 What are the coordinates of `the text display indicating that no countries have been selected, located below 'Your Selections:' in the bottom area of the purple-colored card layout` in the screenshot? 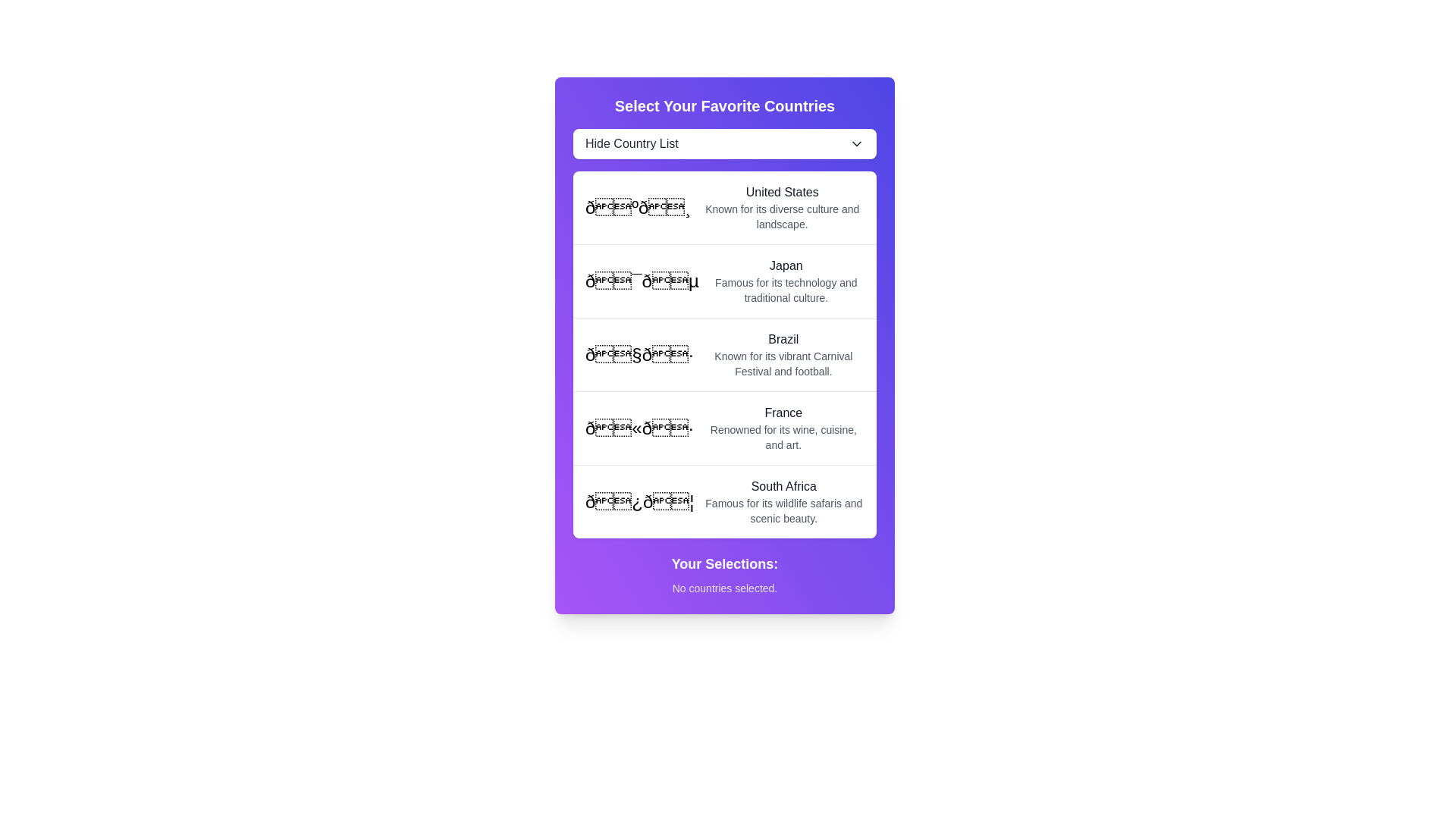 It's located at (723, 587).